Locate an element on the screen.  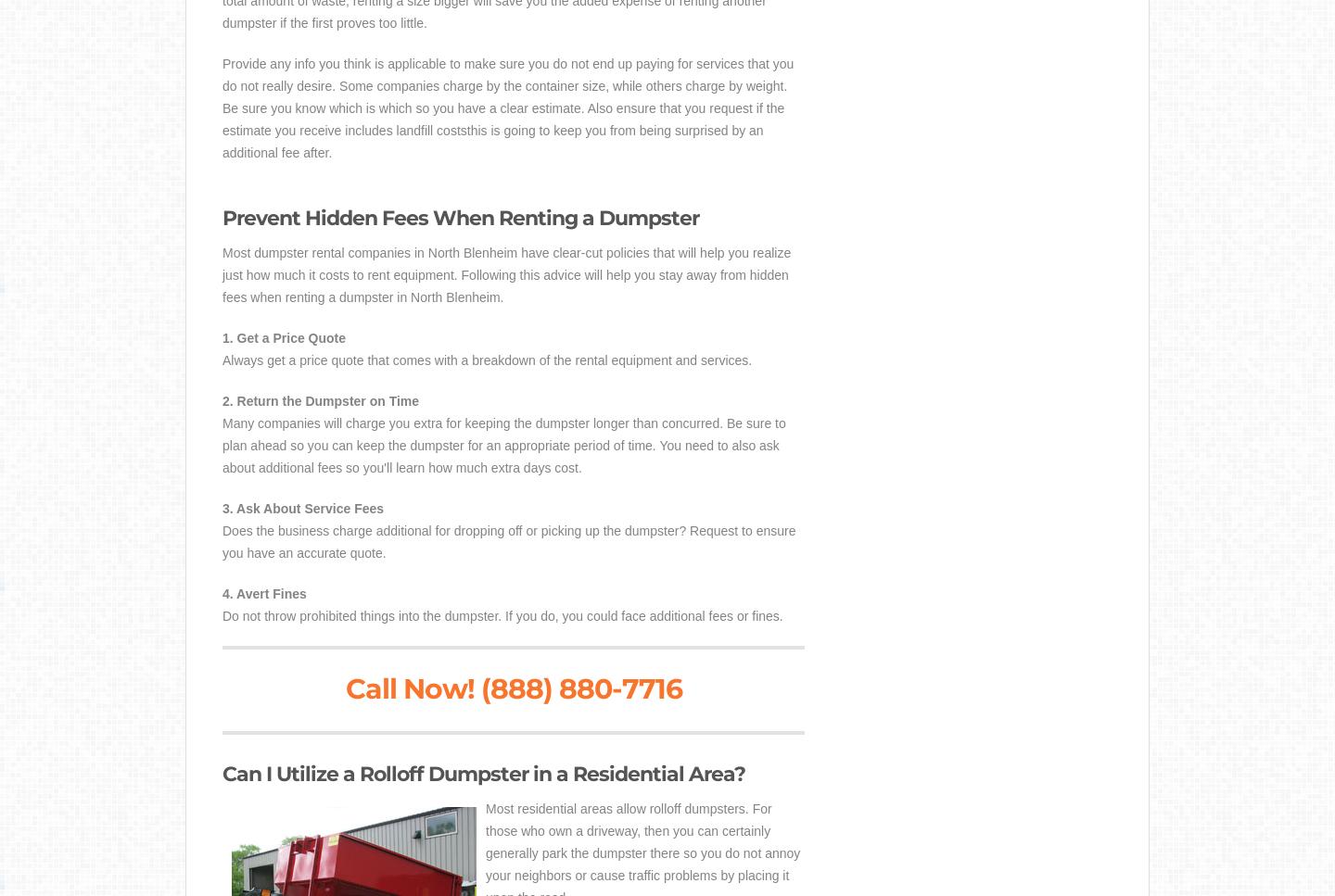
'4. Avert Fines' is located at coordinates (262, 593).